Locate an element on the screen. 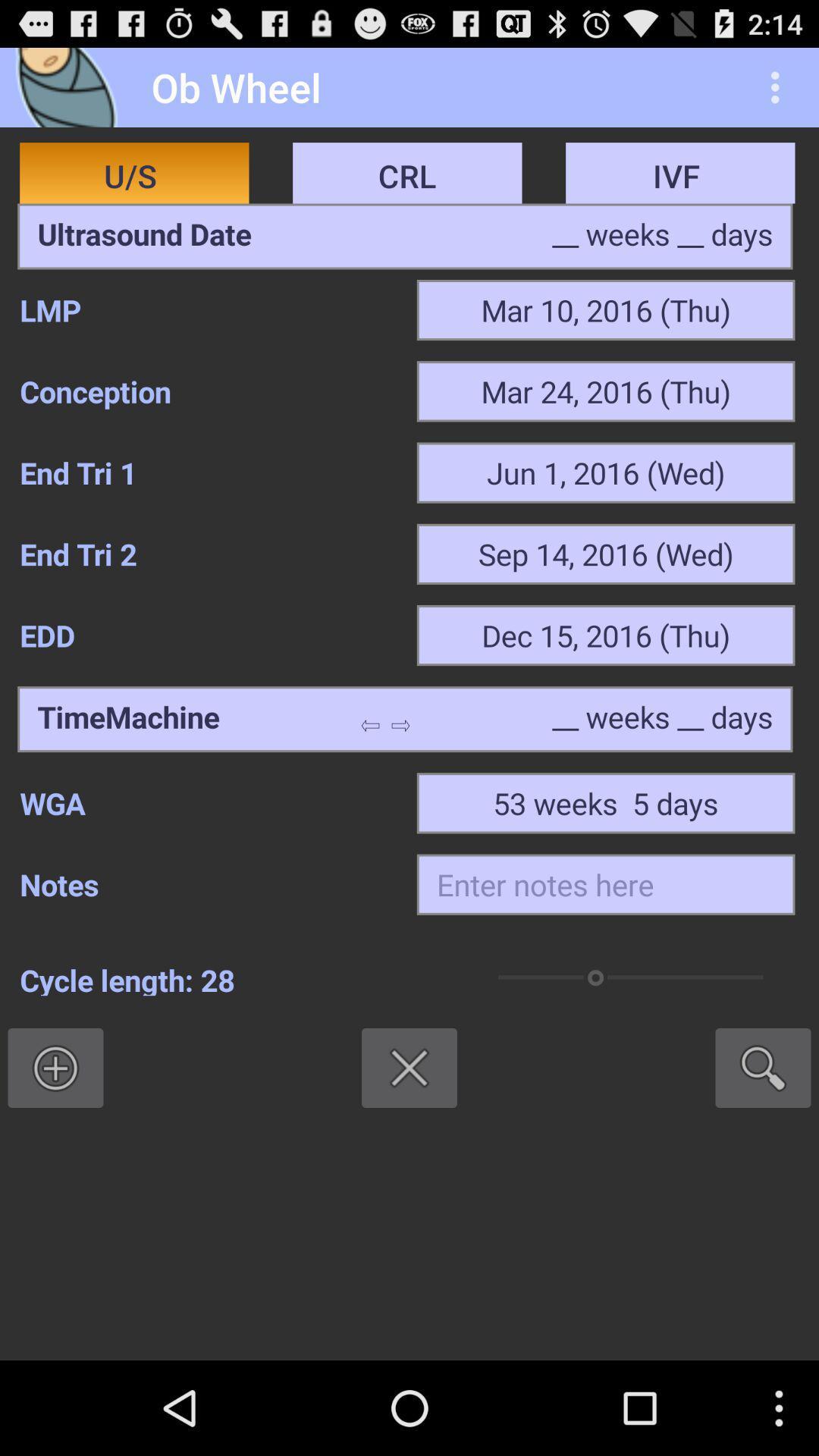 The height and width of the screenshot is (1456, 819). cycle length: 28 is located at coordinates (233, 977).